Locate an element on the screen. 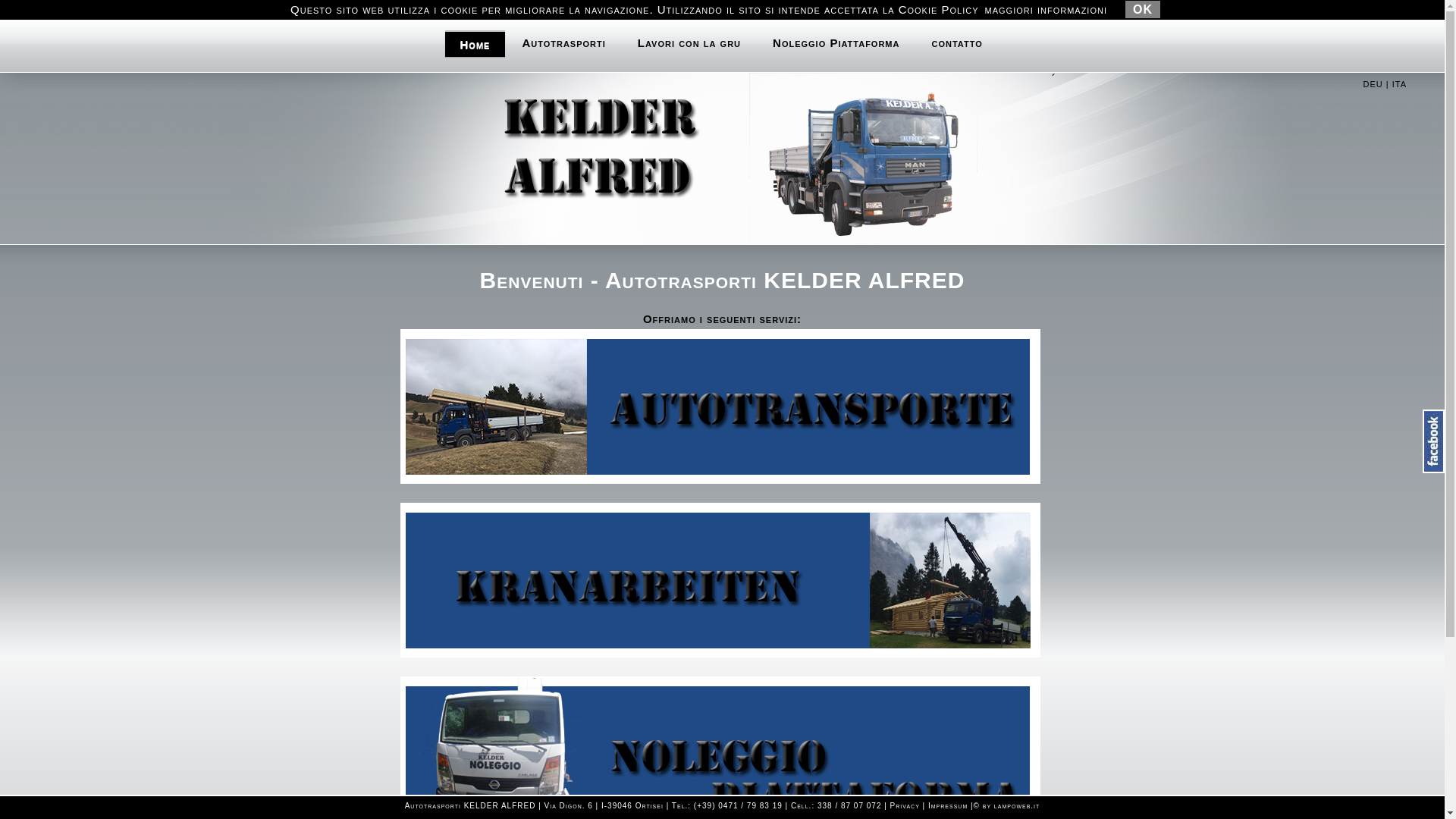  'Impressum' is located at coordinates (946, 805).